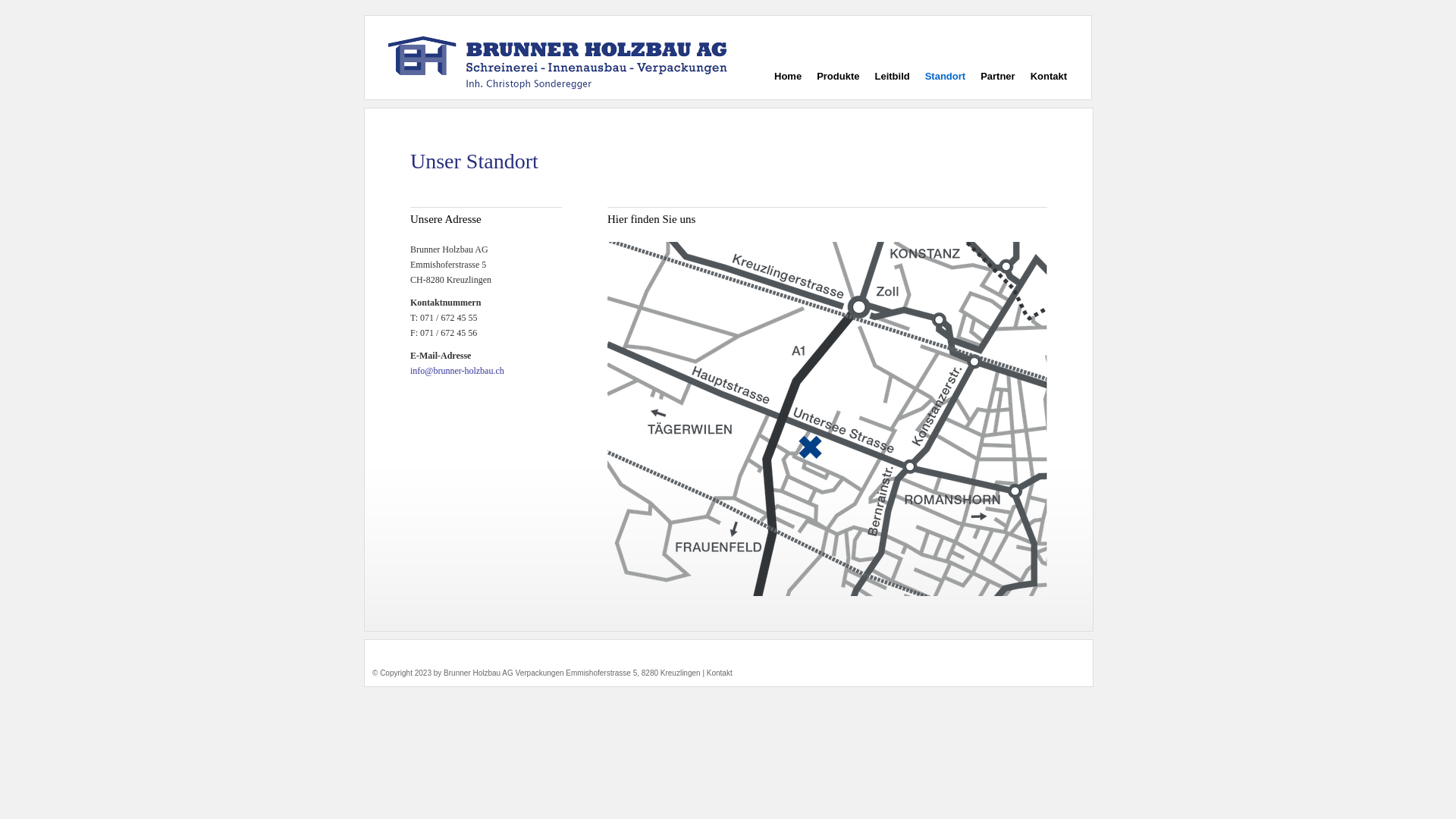  I want to click on 'Produkte', so click(836, 76).